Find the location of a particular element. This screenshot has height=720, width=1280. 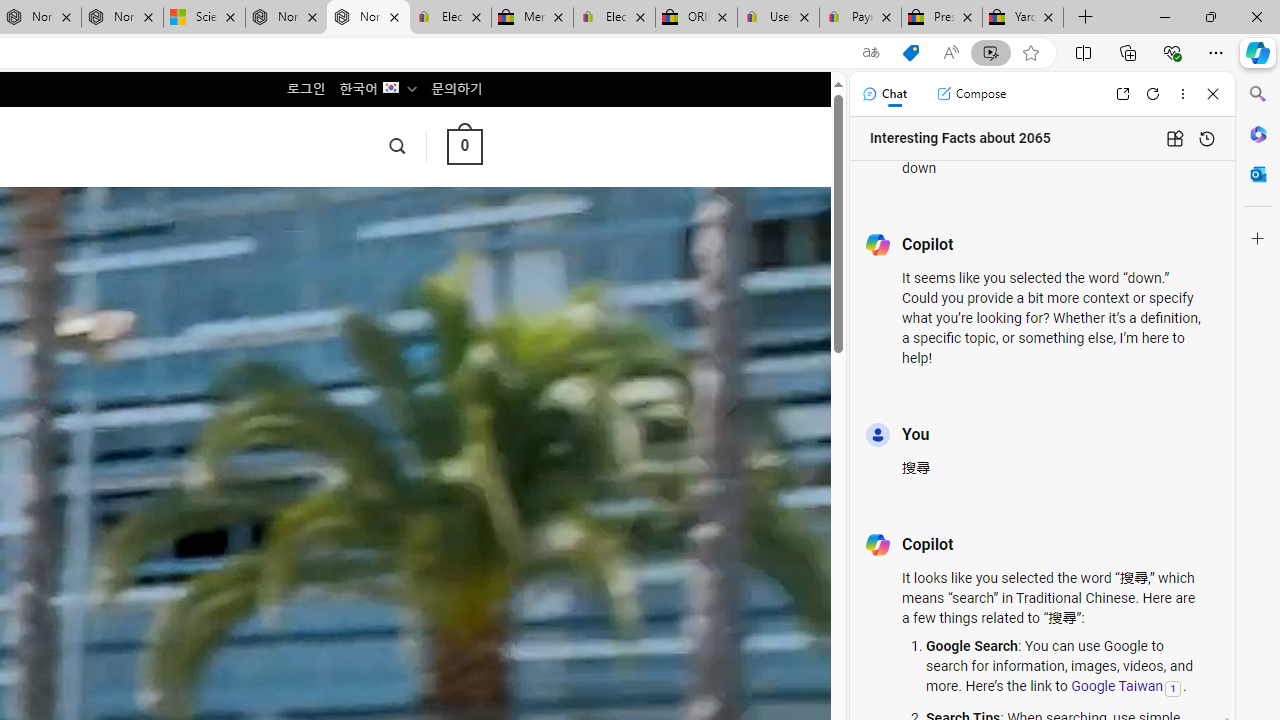

'Chat' is located at coordinates (883, 93).